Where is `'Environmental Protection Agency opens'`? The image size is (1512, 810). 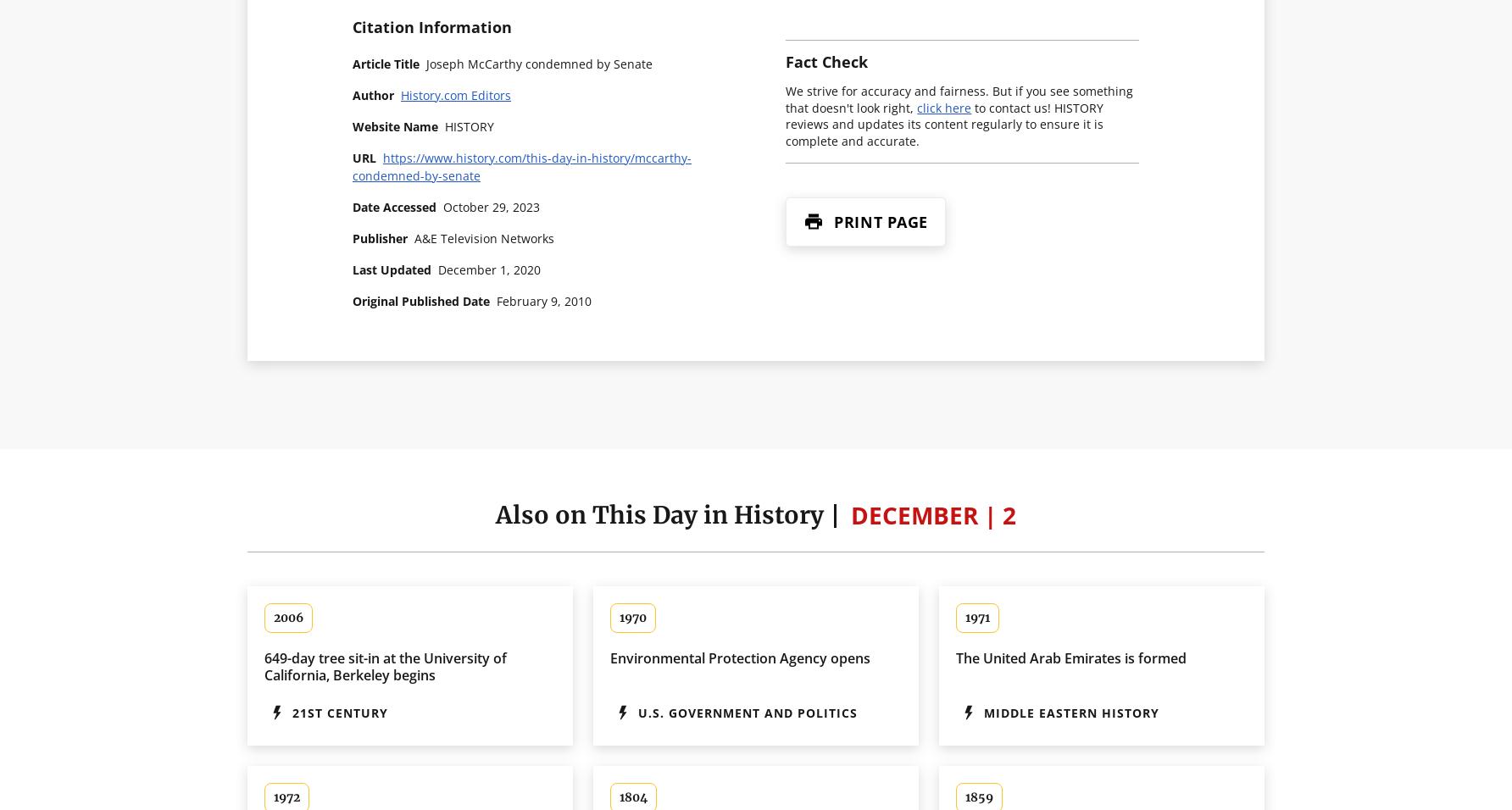 'Environmental Protection Agency opens' is located at coordinates (739, 656).